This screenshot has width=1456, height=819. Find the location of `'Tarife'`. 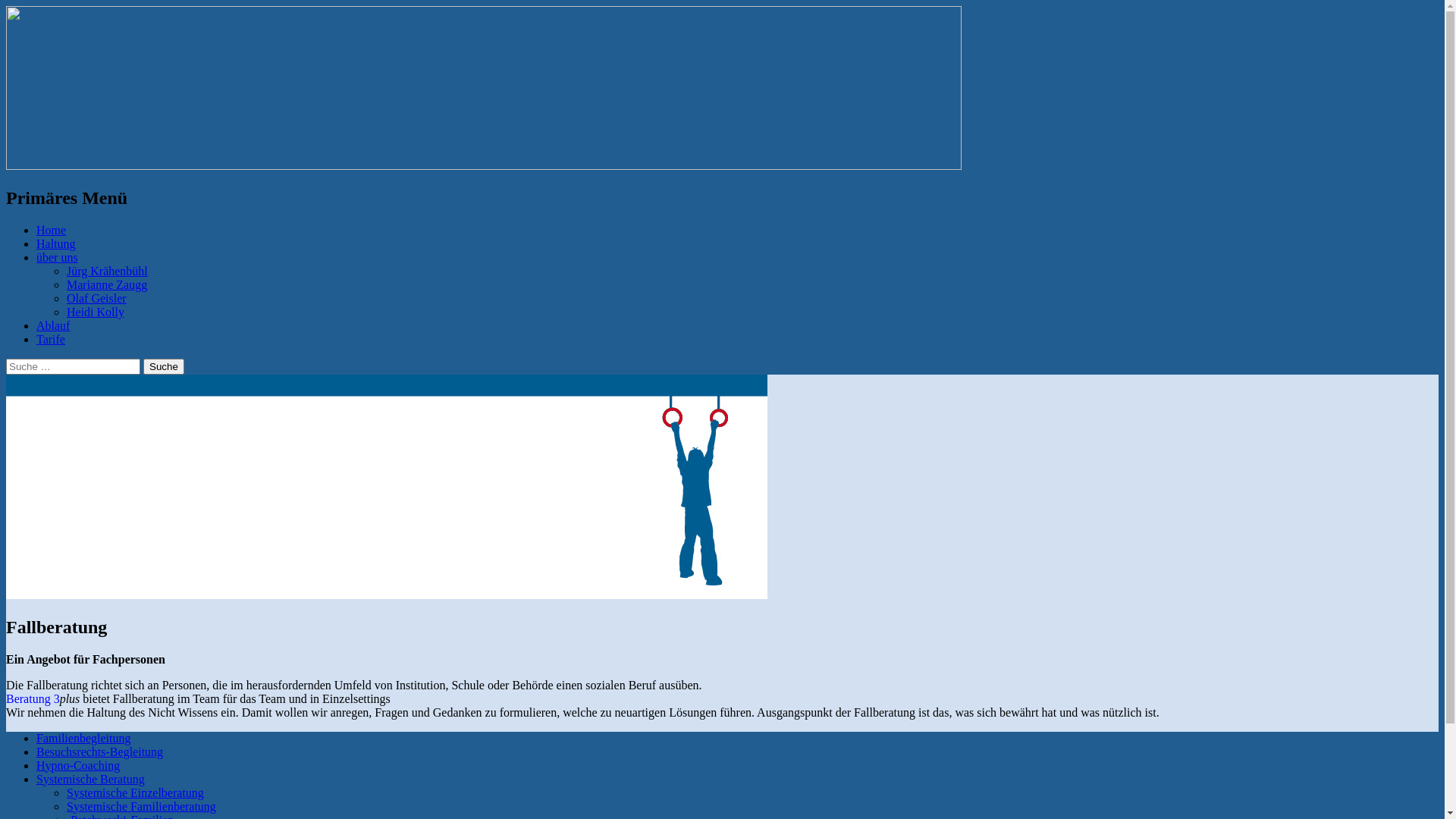

'Tarife' is located at coordinates (51, 338).